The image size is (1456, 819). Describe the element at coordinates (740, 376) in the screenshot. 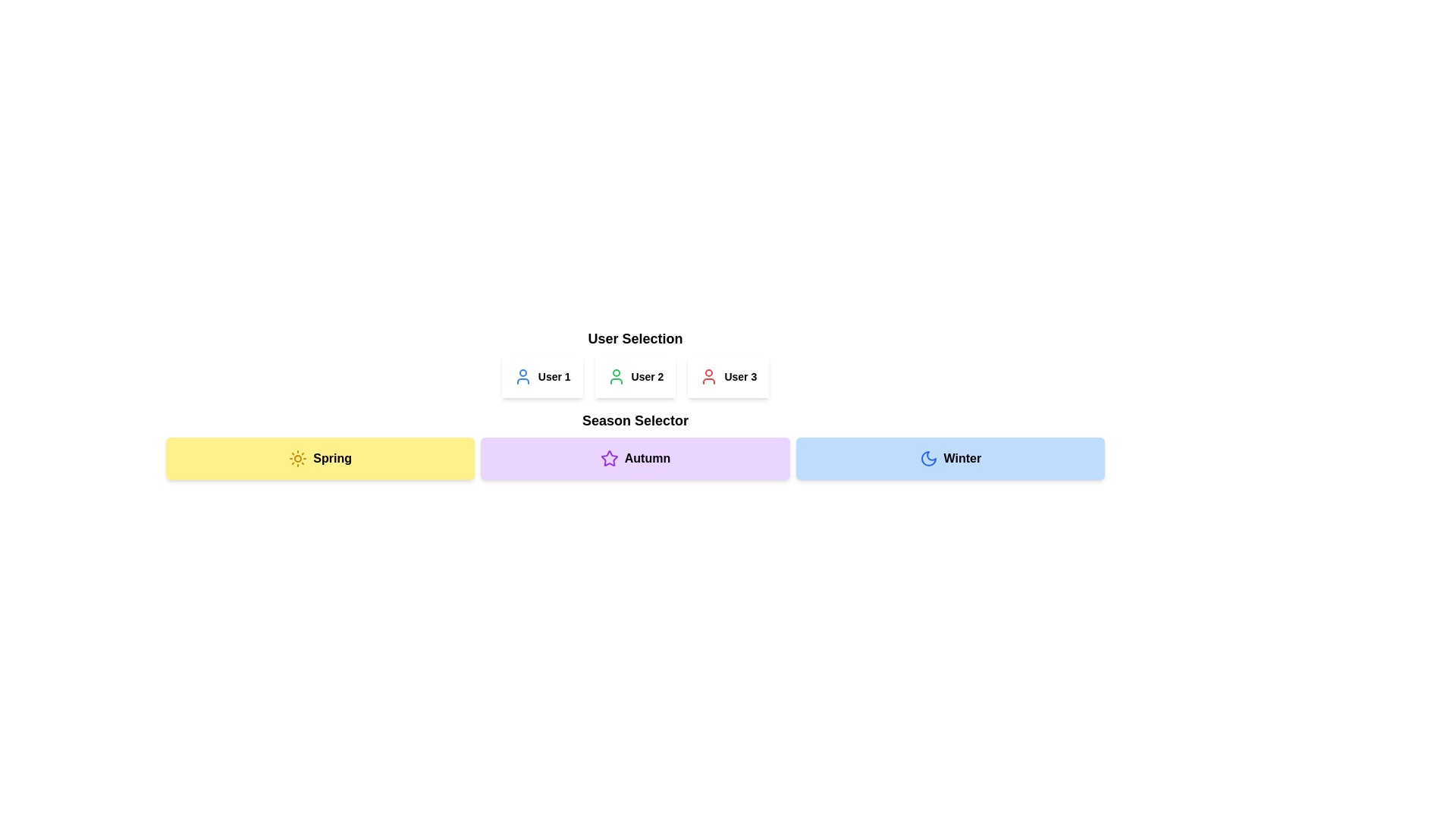

I see `the text element displaying 'User 3', which is the last of the three user selectors in the 'User Selection' component` at that location.